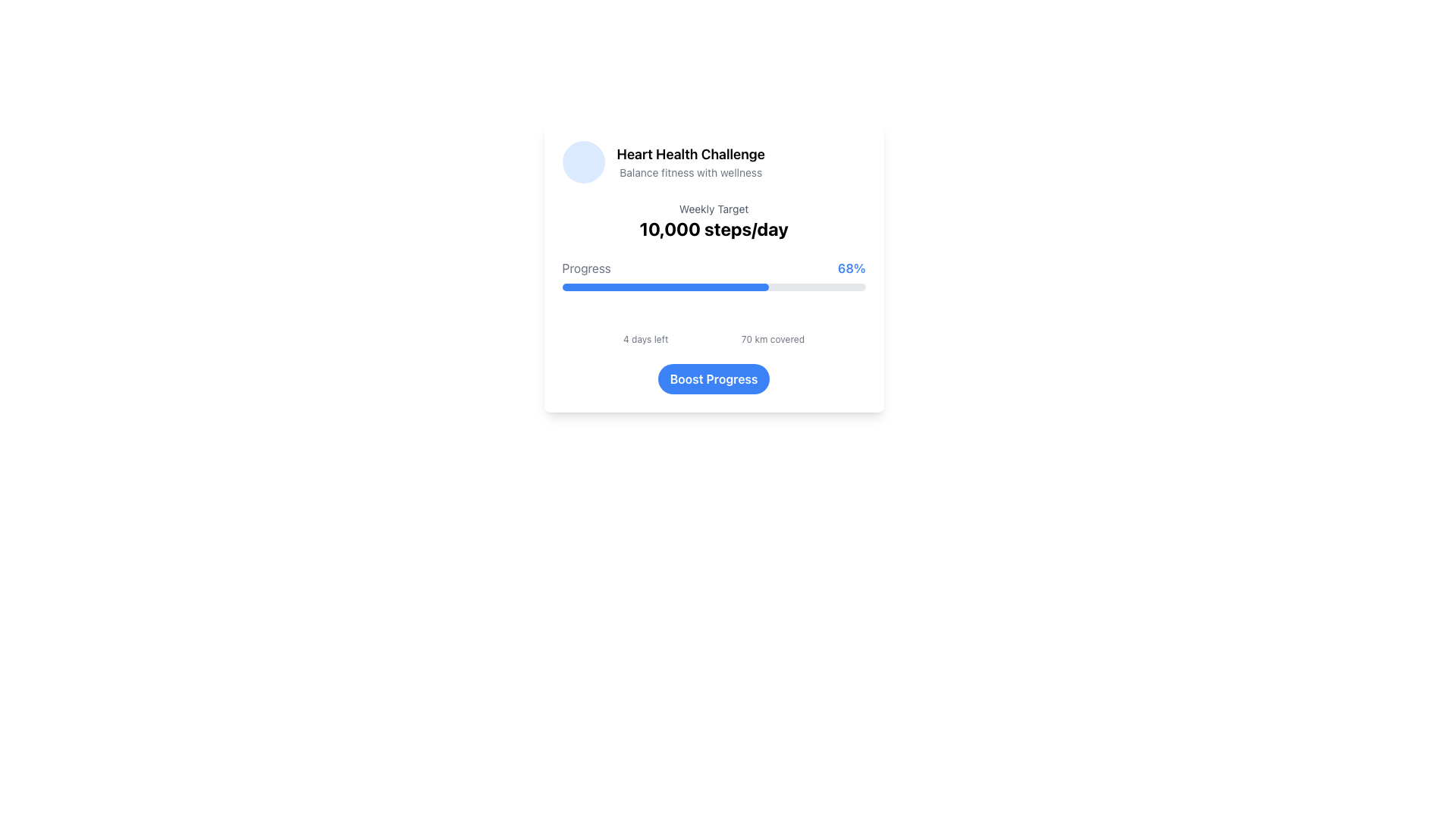 Image resolution: width=1456 pixels, height=819 pixels. I want to click on the text label that reads '70 km covered', styled in a small, gray font, located at the bottom-middle of the progress card, below the main progress indicators, so click(773, 338).